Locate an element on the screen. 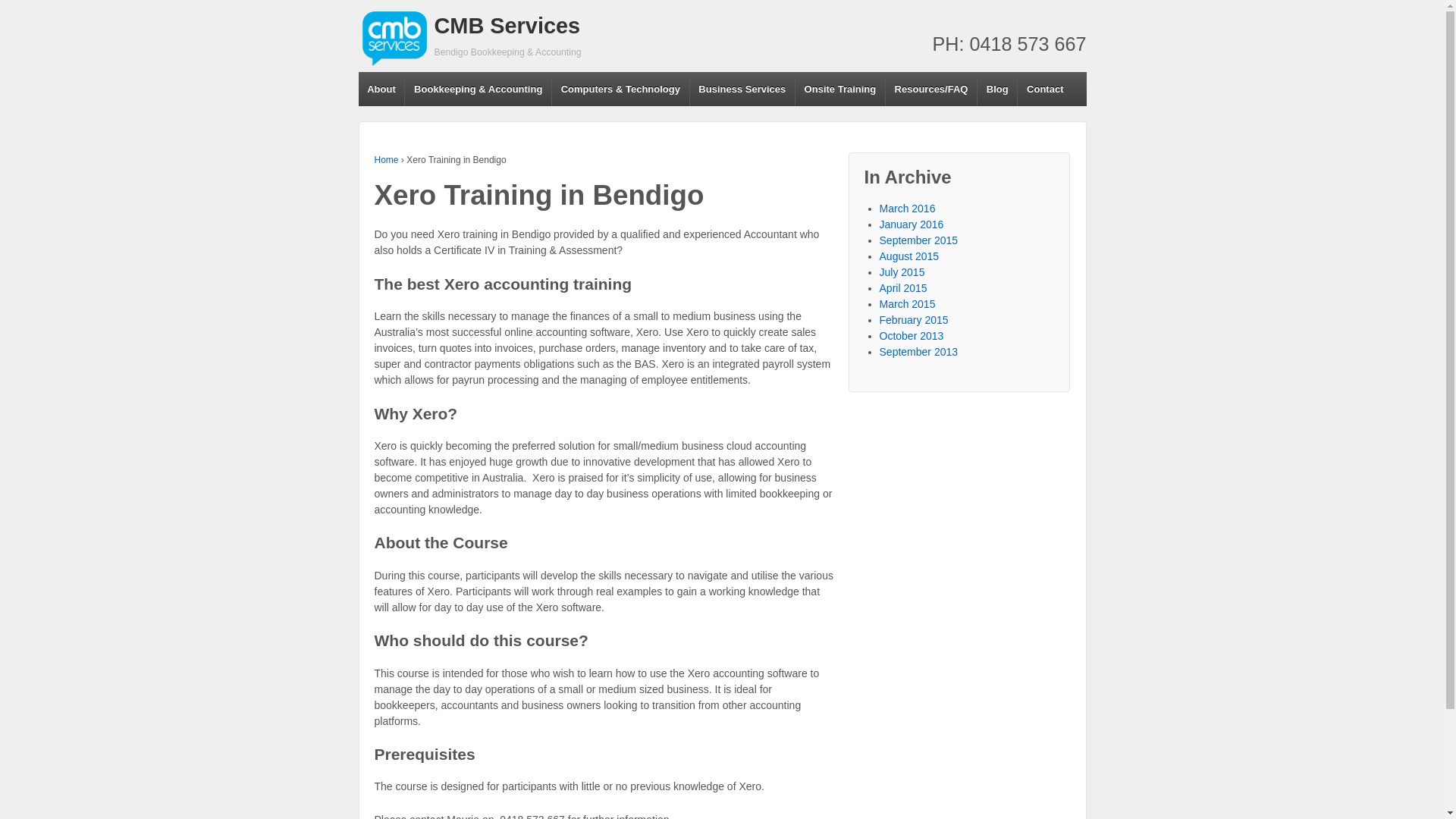  'January 2016' is located at coordinates (911, 224).